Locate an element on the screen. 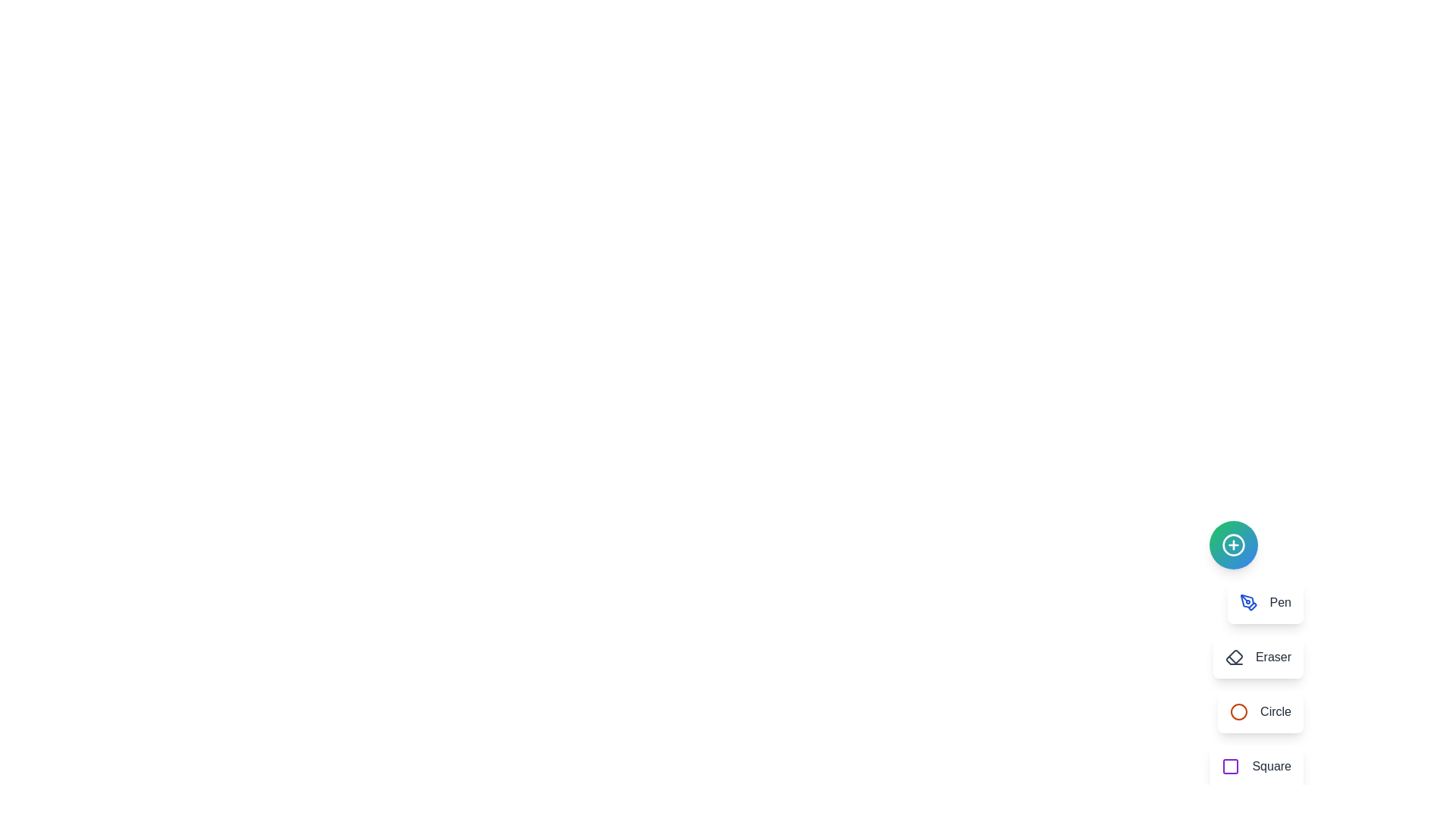 This screenshot has width=1456, height=819. the tool menu item labeled Pen to see its animation is located at coordinates (1265, 601).